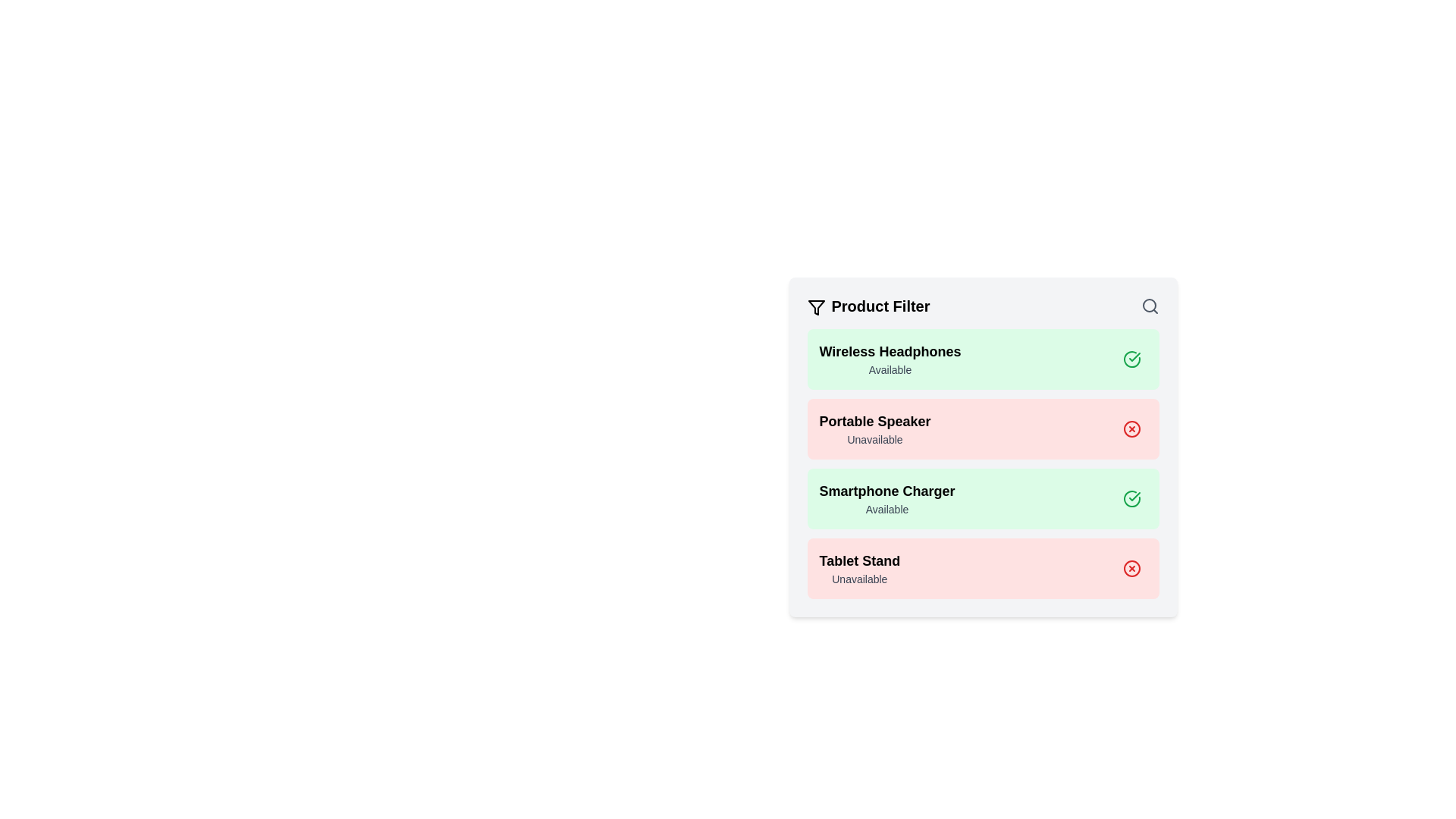 This screenshot has width=1456, height=819. What do you see at coordinates (1131, 499) in the screenshot?
I see `the green checkmark icon indicating the availability of the 'Smartphone Charger' to interact with it` at bounding box center [1131, 499].